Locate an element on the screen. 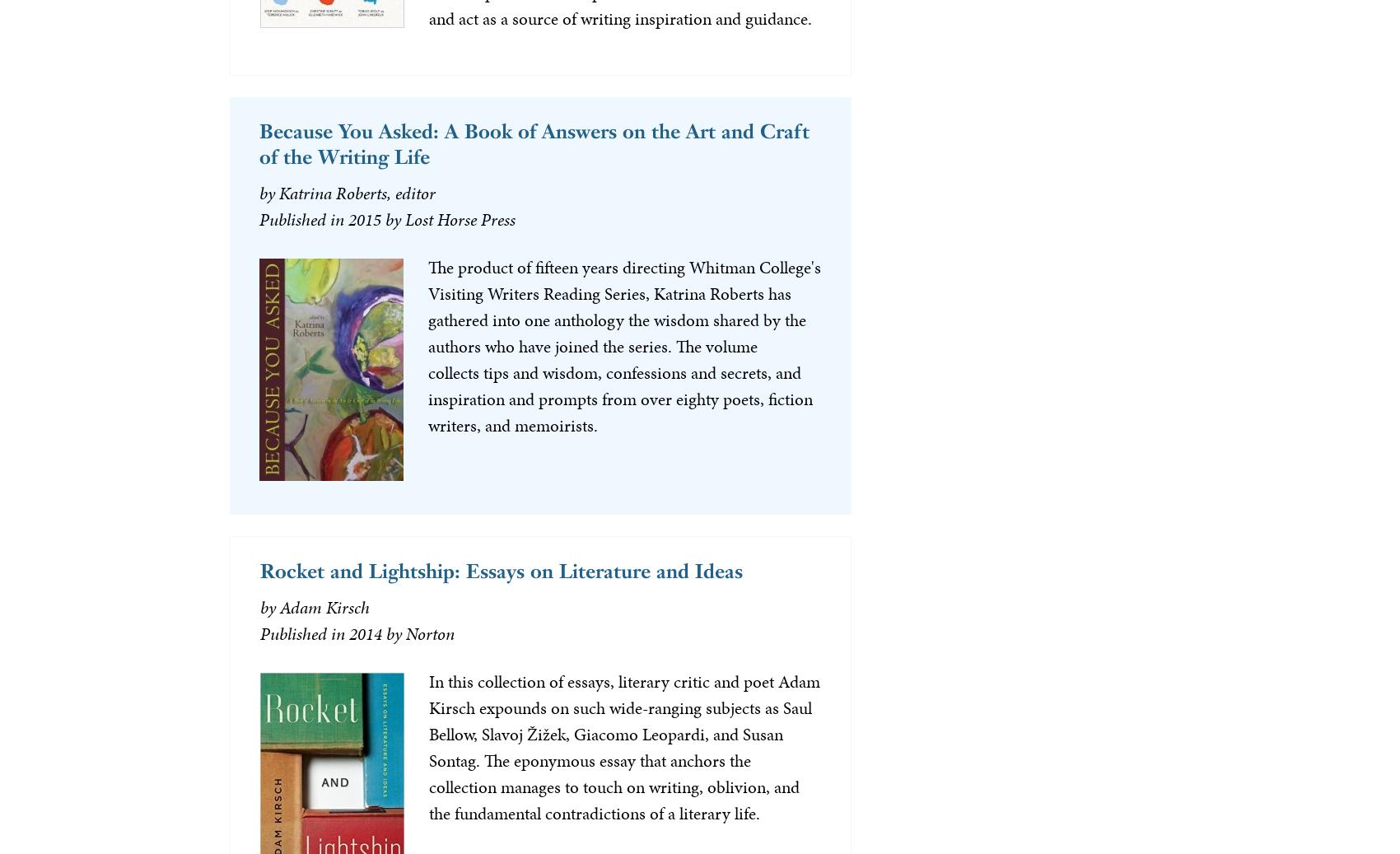  'The product of fifteen years directing Whitman College's Visiting Writers Reading Series, Katrina Roberts has gathered into one anthology the wisdom shared by the authors who have joined the series. The volume collects tips and wisdom, confessions and secrets, and inspiration and prompts from over eighty poets, fiction writers, and memoirists.' is located at coordinates (623, 344).